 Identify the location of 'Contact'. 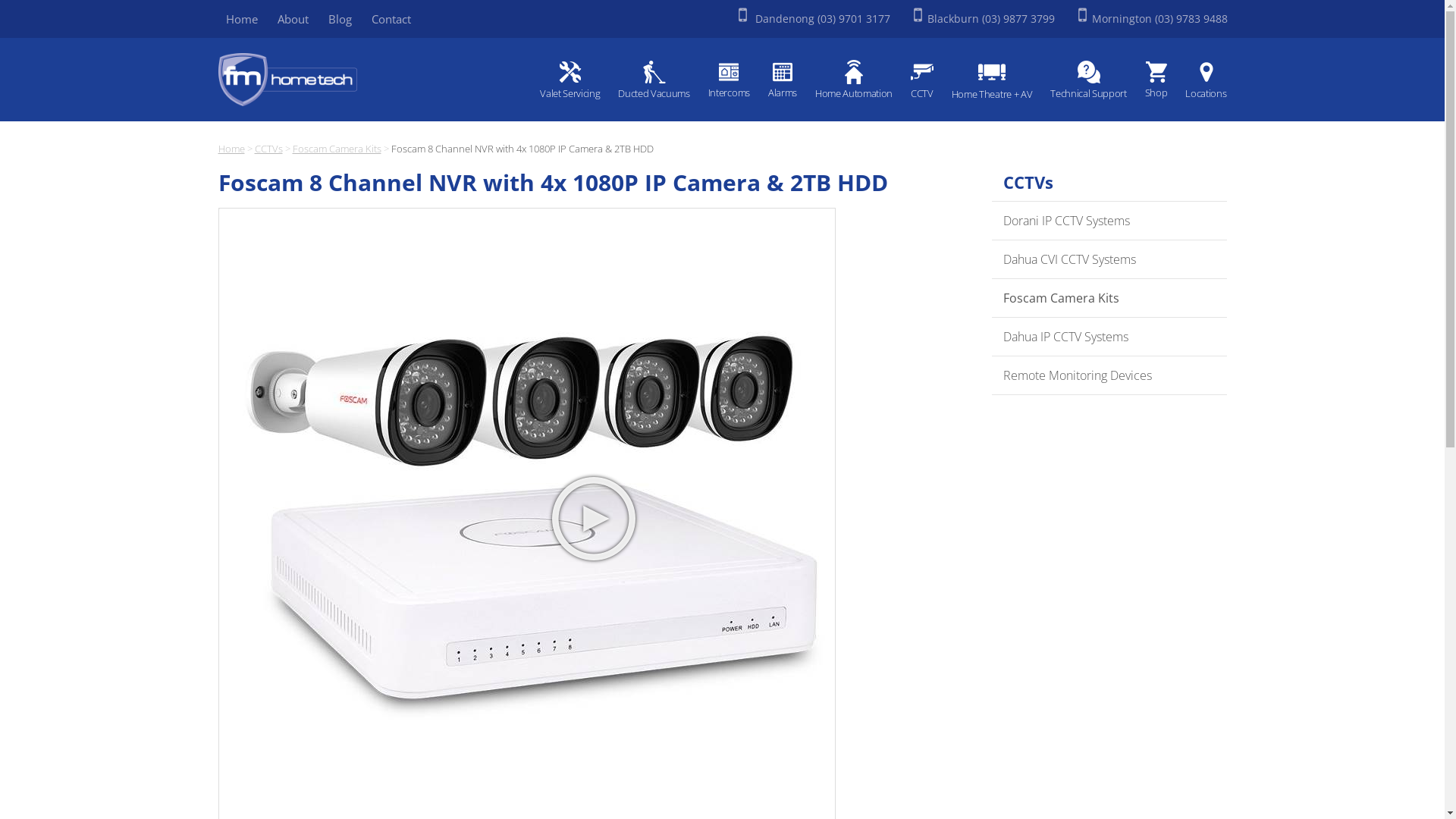
(362, 18).